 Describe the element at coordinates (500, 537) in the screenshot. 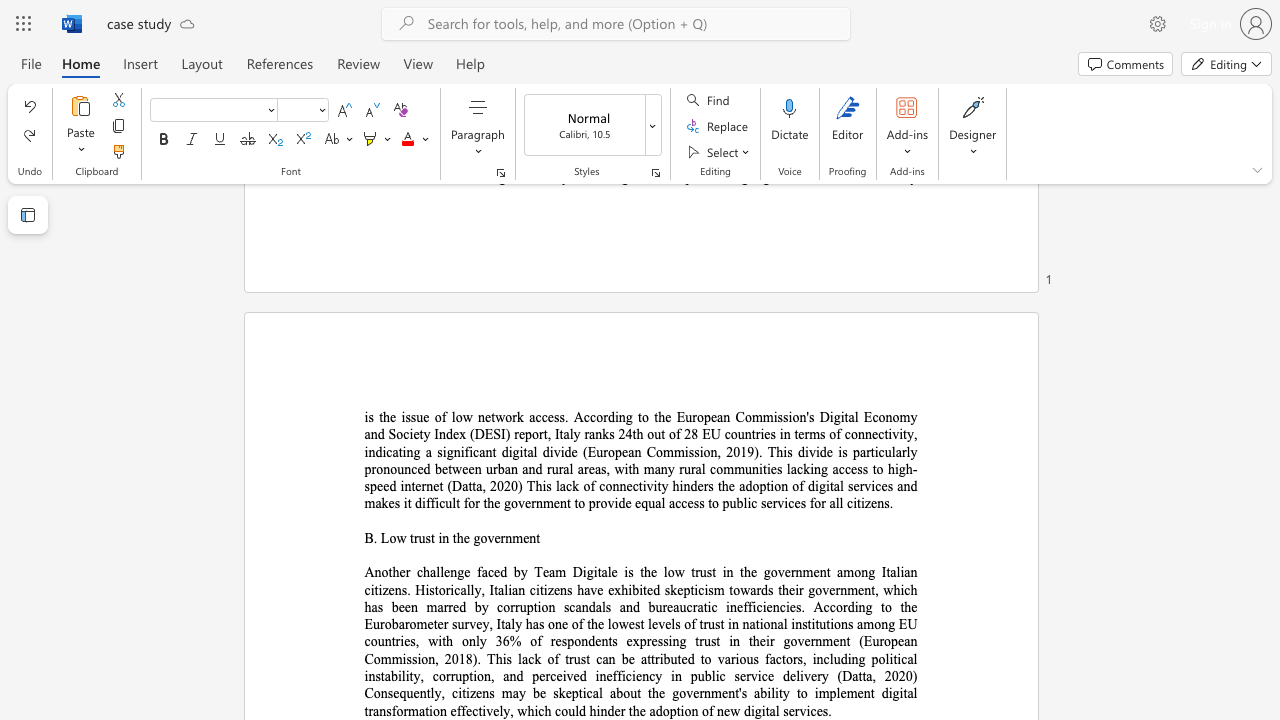

I see `the space between the continuous character "e" and "r" in the text` at that location.